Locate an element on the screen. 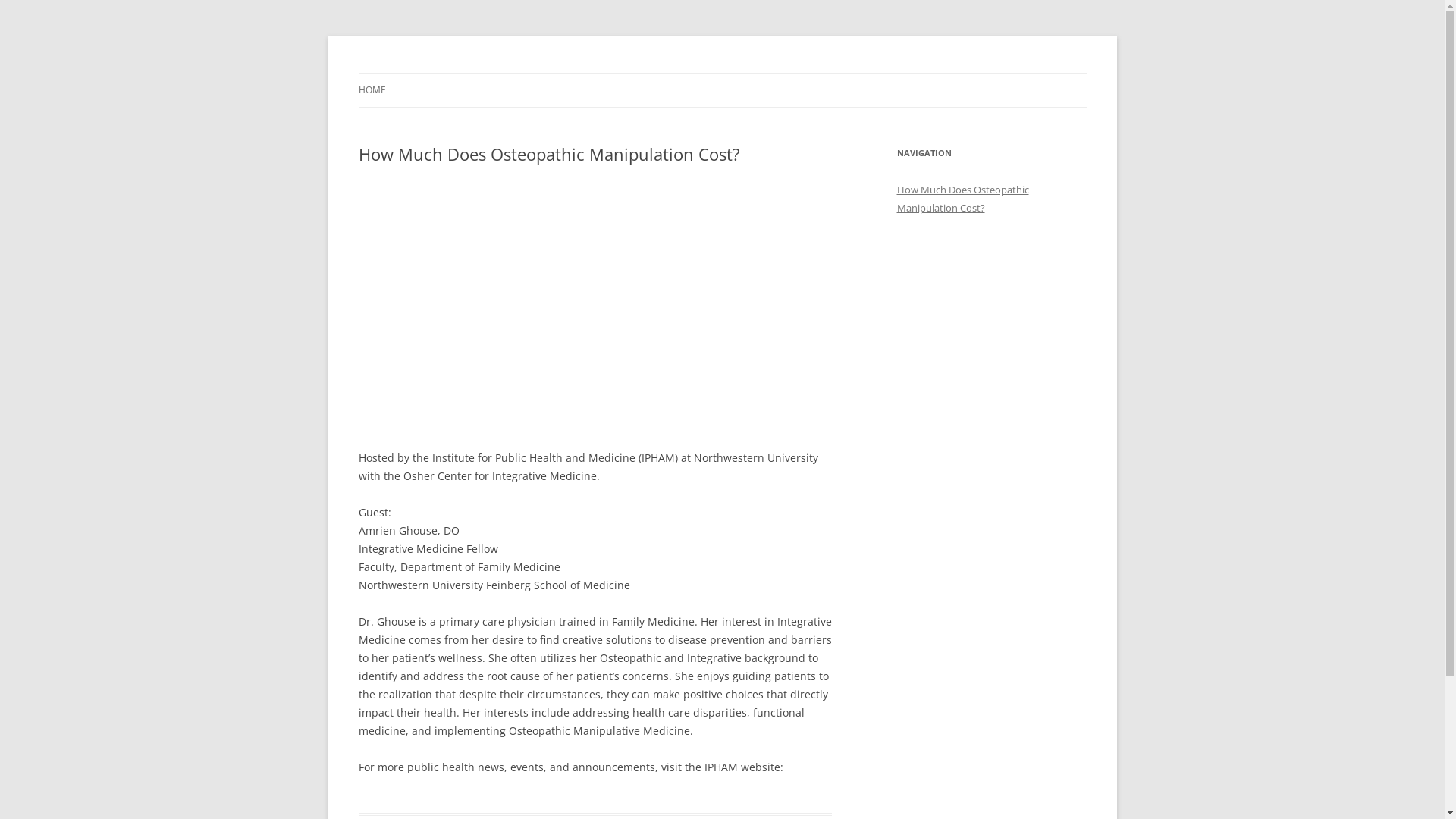 This screenshot has height=819, width=1456. 'Chickenpox Vaccine For Adults' is located at coordinates (356, 73).